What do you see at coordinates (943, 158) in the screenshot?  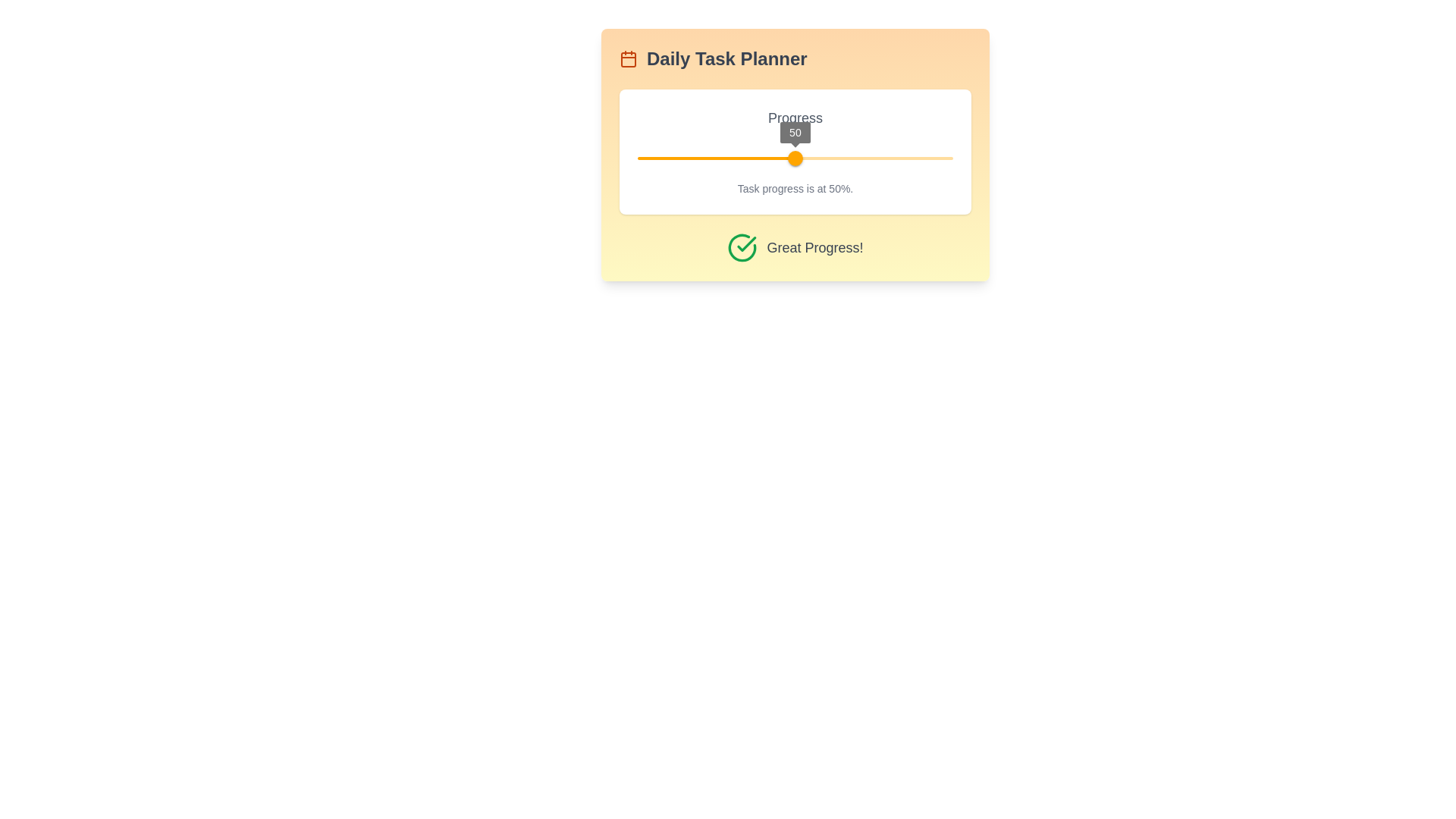 I see `the progress value` at bounding box center [943, 158].